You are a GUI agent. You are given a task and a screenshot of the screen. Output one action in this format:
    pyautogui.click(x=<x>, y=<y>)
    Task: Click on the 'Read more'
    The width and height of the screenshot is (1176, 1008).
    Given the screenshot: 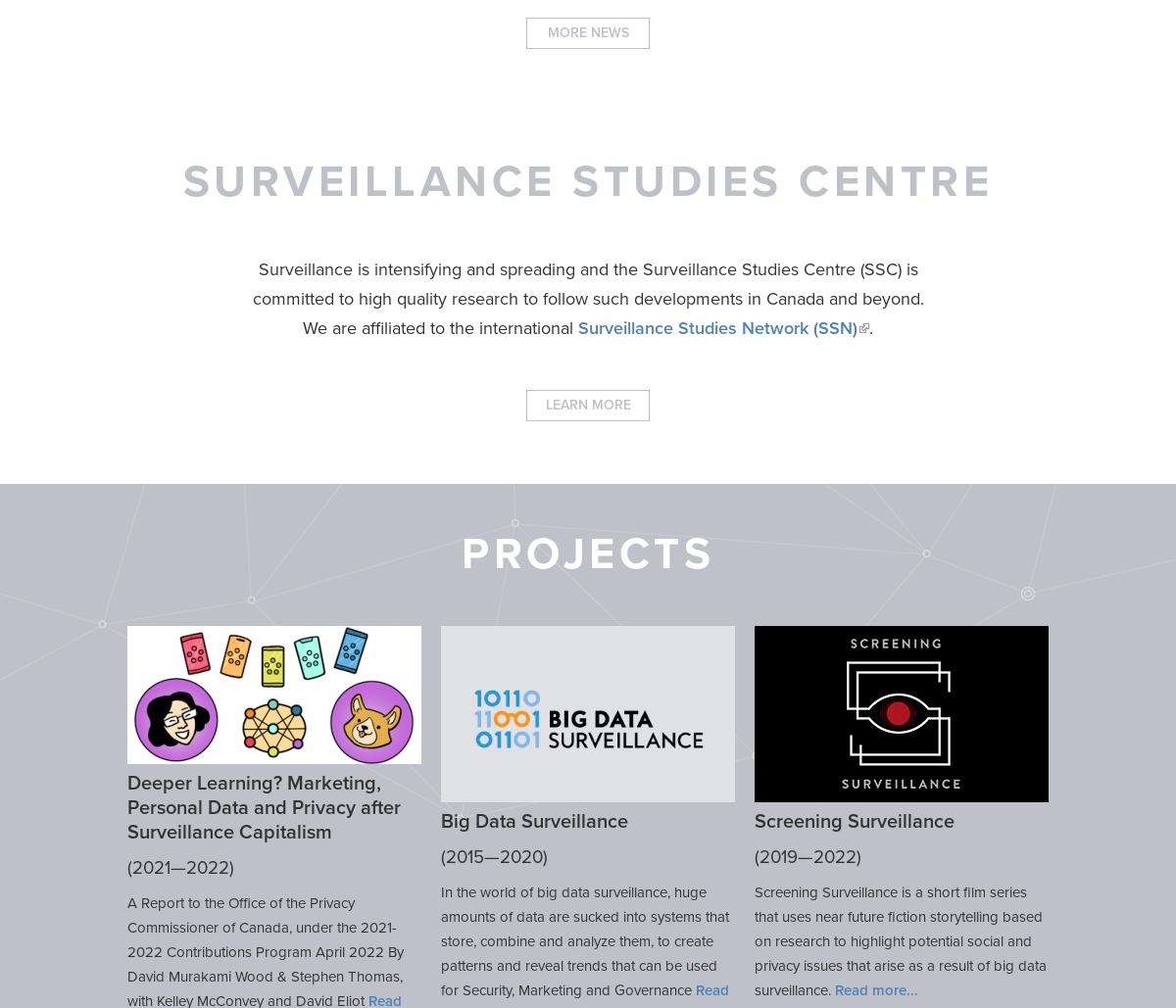 What is the action you would take?
    pyautogui.click(x=869, y=988)
    